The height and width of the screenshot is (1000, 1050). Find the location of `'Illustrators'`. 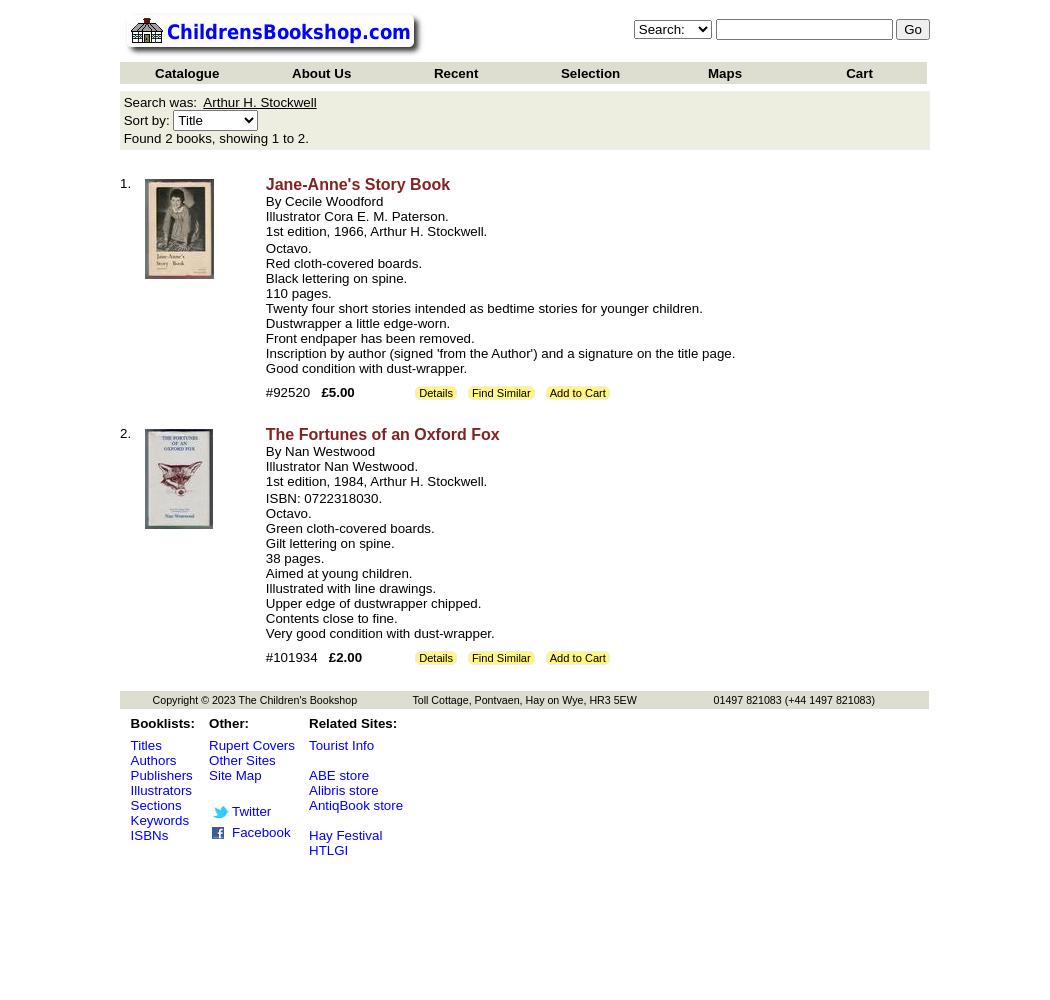

'Illustrators' is located at coordinates (160, 790).